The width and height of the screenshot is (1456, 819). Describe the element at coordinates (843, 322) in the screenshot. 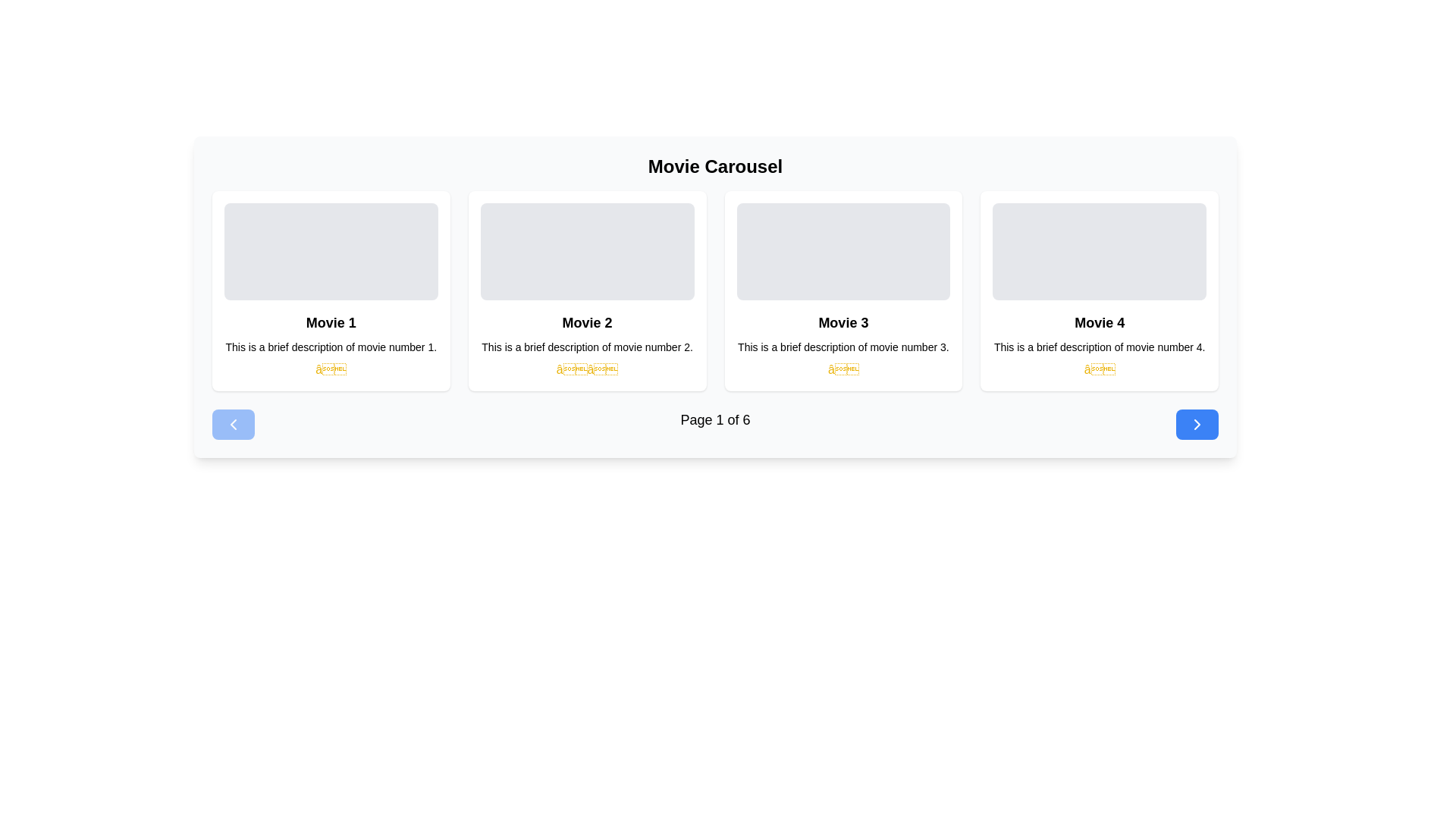

I see `the text label displaying the title 'Movie 3', which is located in the third card of a horizontal carousel, prominently at the top of the card below the image placeholder` at that location.